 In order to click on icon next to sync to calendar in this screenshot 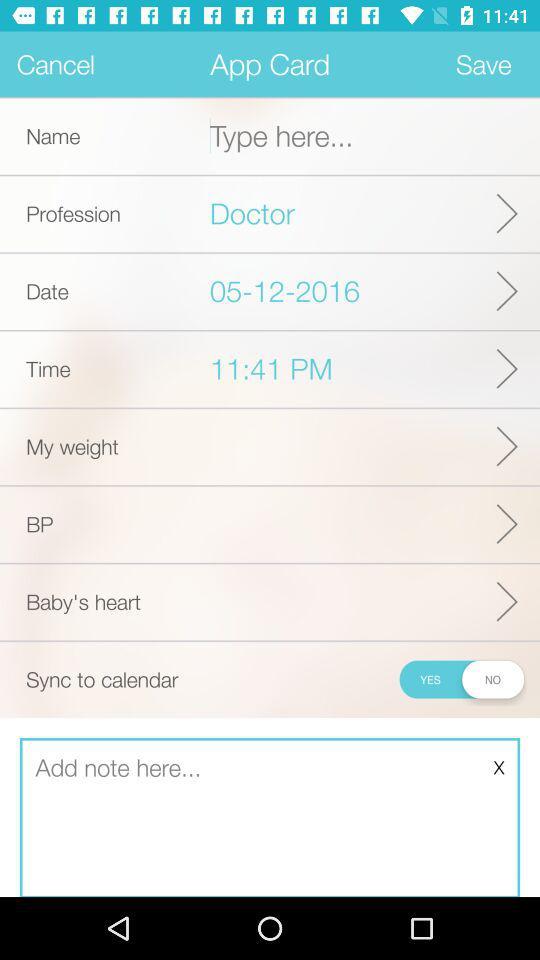, I will do `click(461, 679)`.